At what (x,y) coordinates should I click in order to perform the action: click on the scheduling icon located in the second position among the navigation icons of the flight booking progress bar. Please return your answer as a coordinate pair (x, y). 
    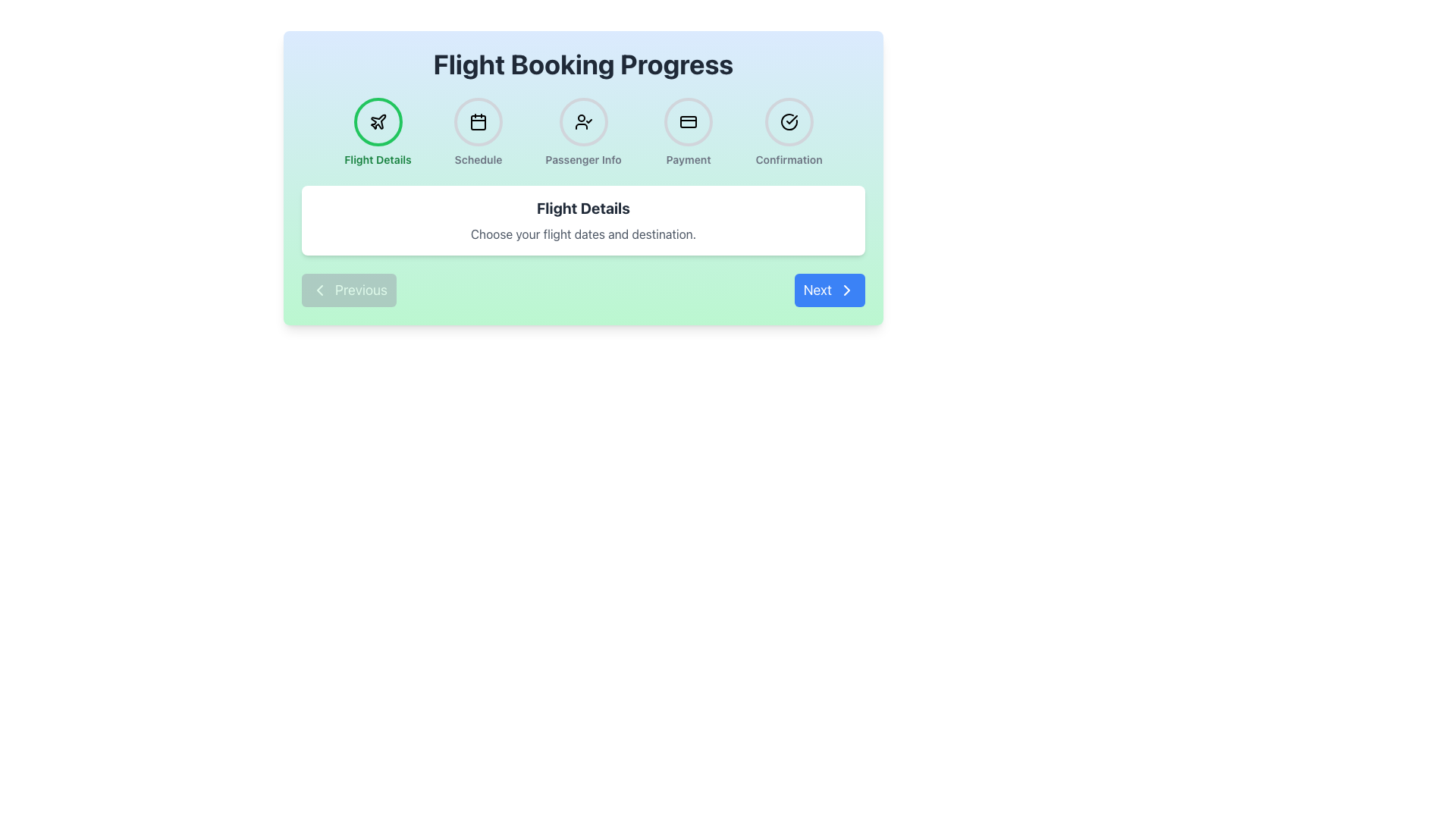
    Looking at the image, I should click on (478, 121).